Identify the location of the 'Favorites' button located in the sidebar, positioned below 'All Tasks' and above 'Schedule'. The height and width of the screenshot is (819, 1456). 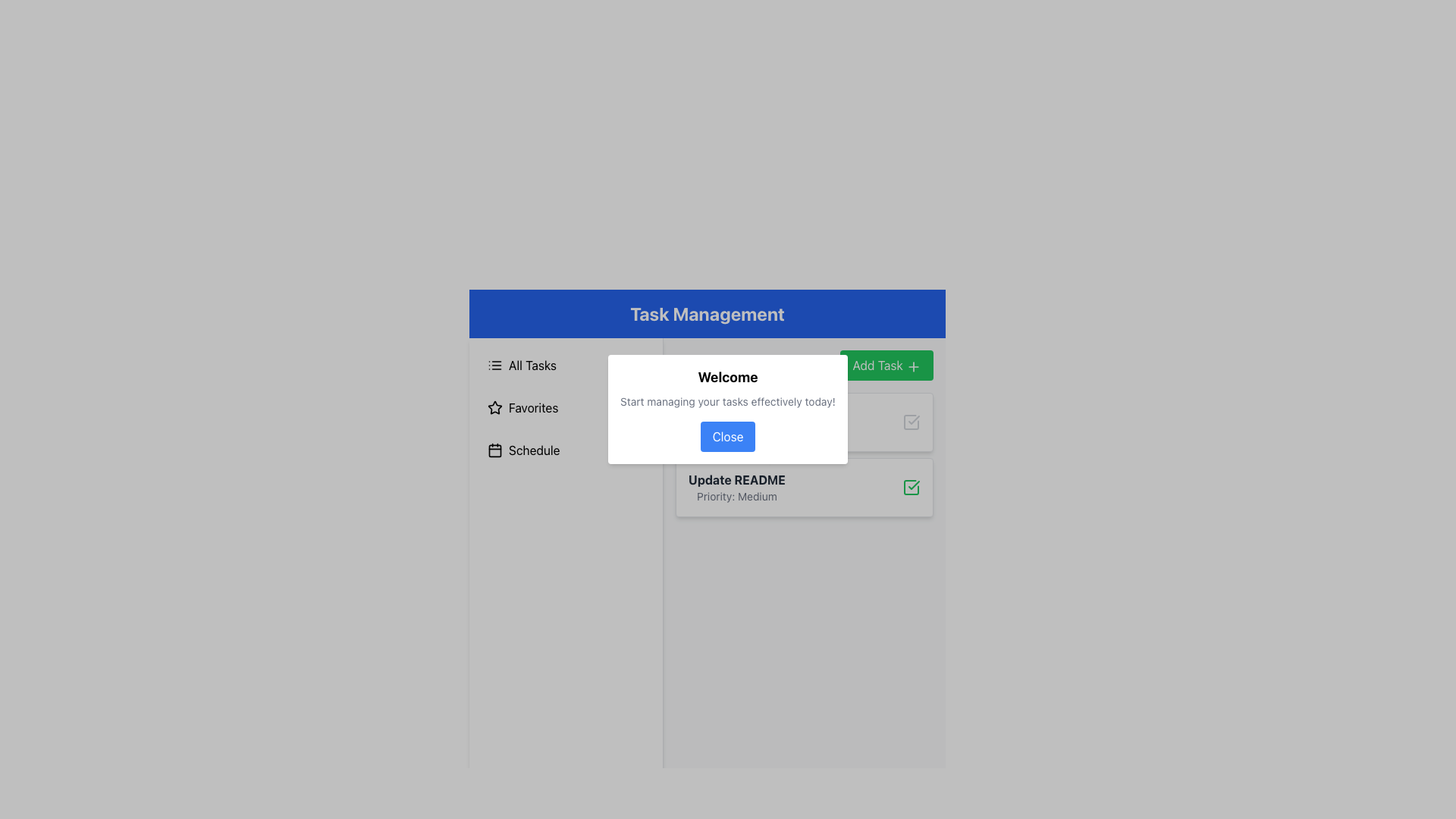
(522, 406).